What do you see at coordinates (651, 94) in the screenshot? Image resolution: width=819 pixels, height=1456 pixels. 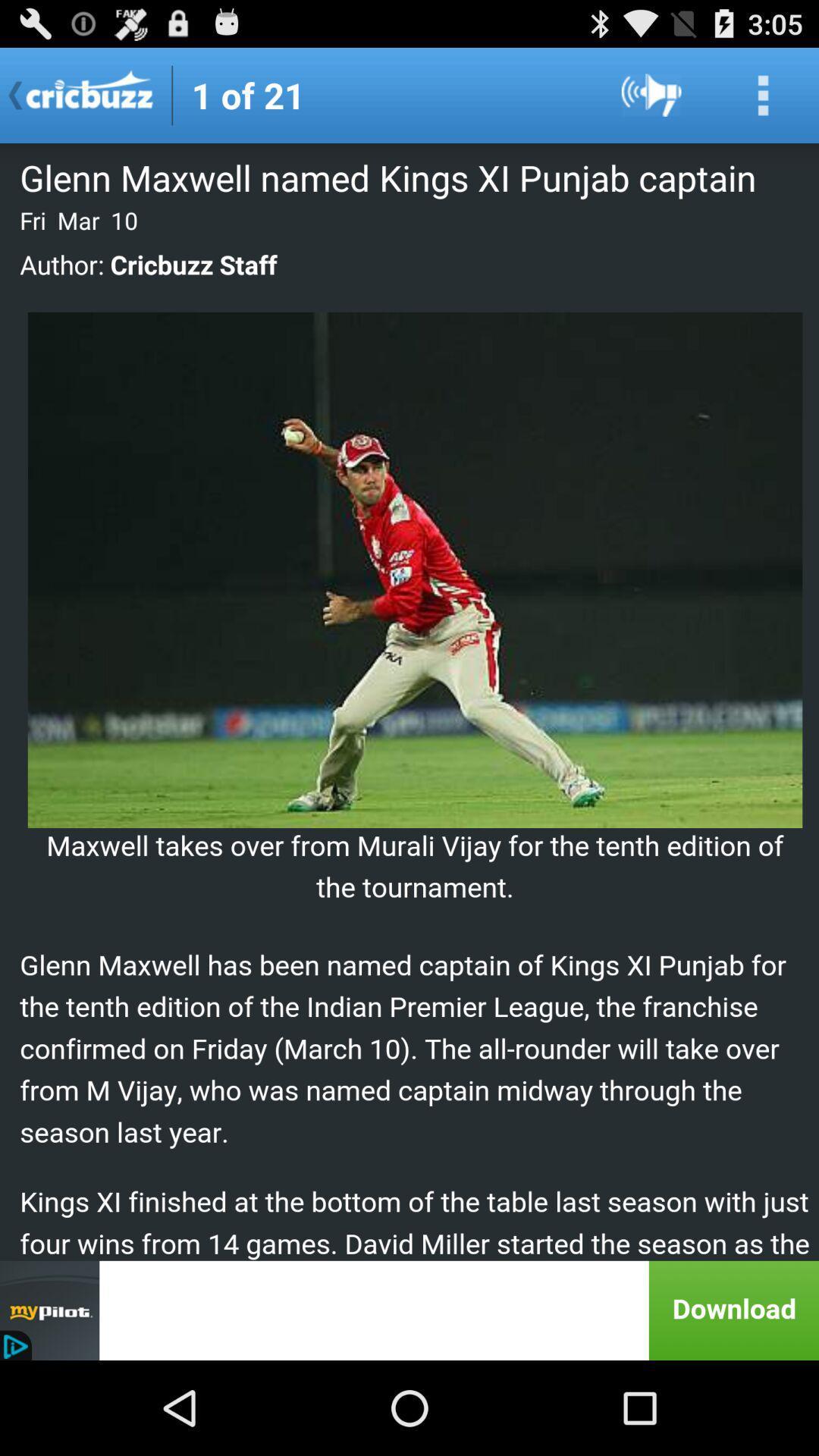 I see `volume` at bounding box center [651, 94].